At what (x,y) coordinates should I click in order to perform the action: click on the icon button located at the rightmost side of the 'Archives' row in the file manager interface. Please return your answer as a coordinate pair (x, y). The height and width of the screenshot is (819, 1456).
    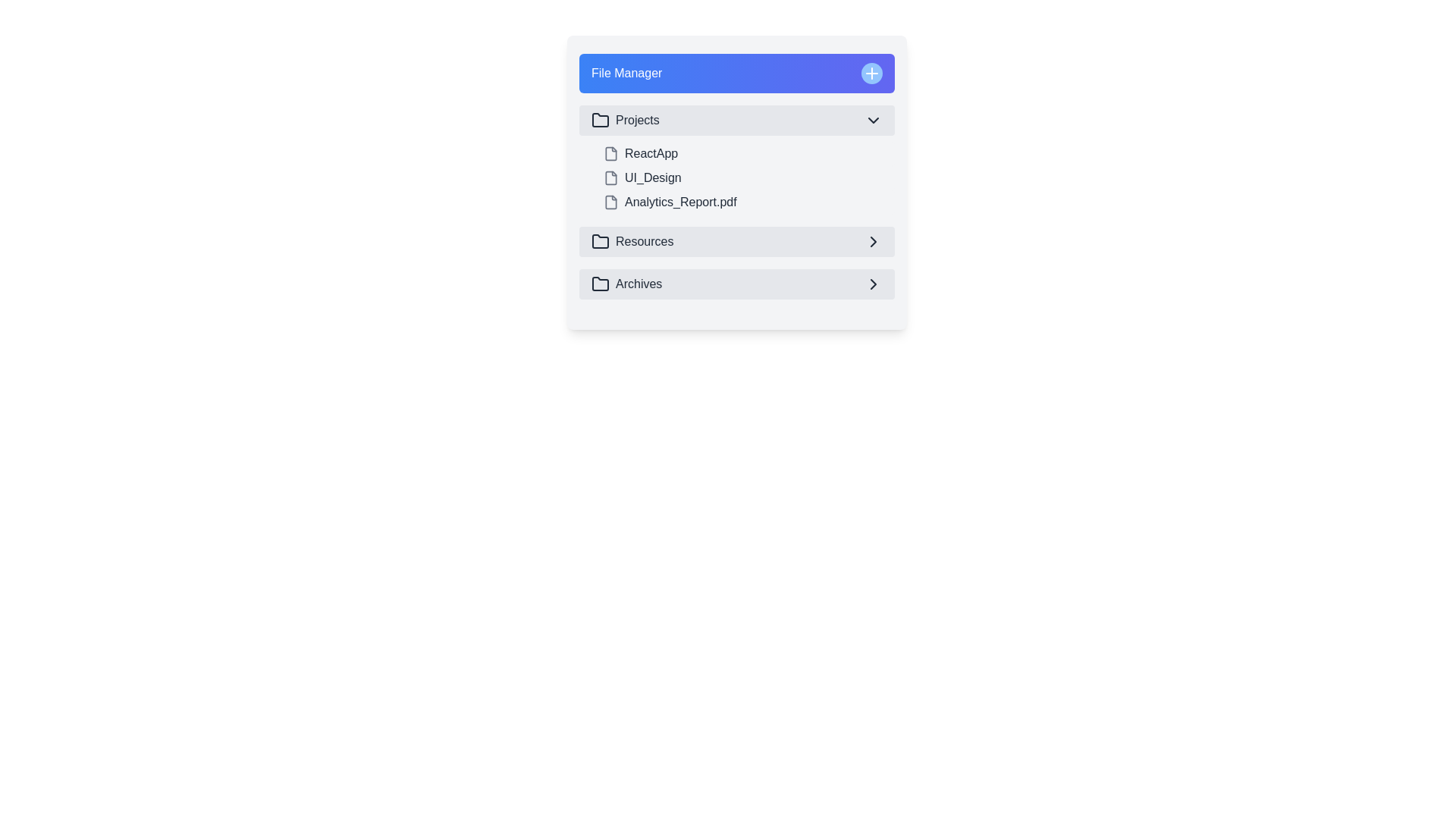
    Looking at the image, I should click on (874, 284).